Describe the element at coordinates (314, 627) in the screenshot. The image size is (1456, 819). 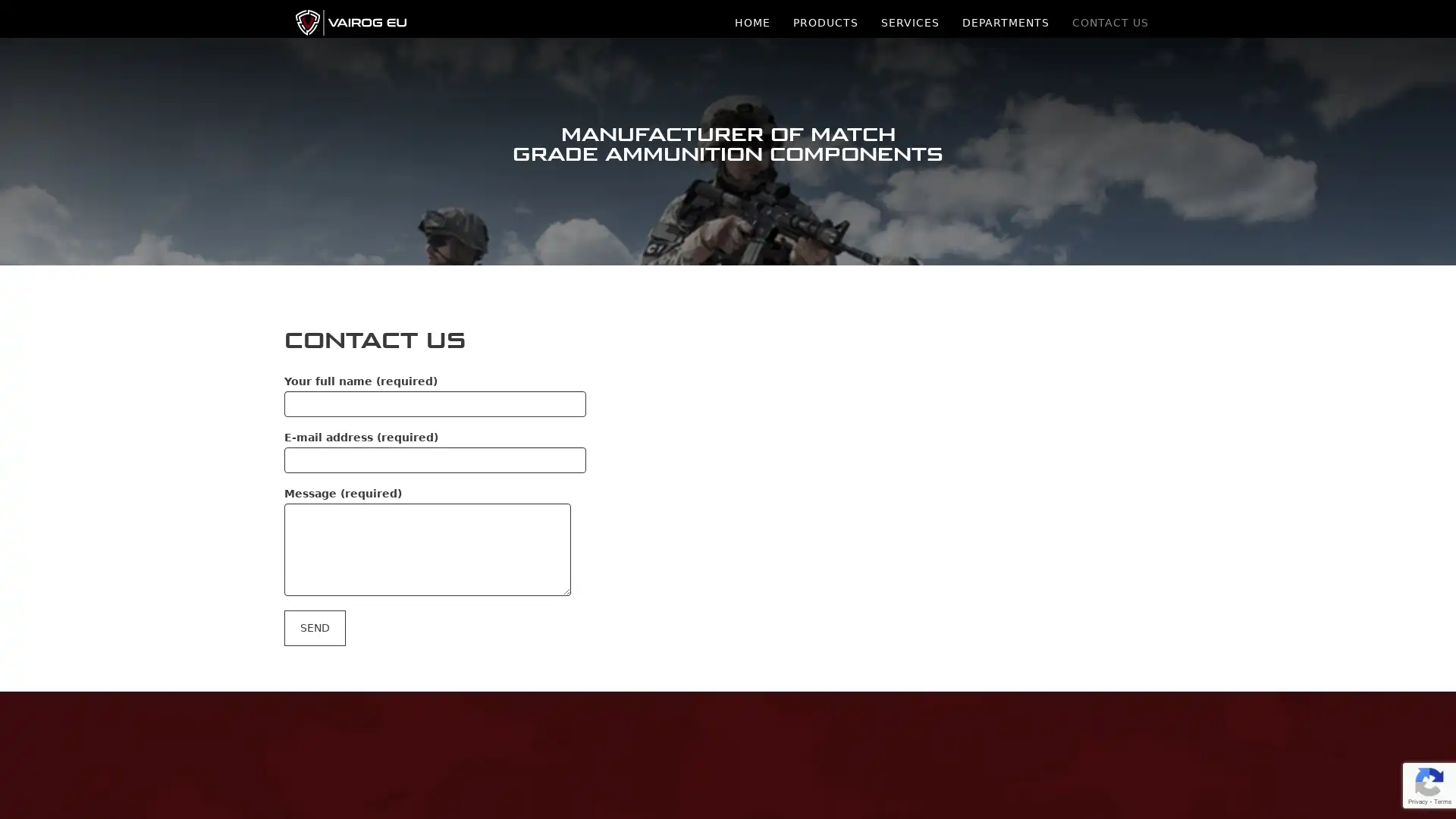
I see `Send` at that location.